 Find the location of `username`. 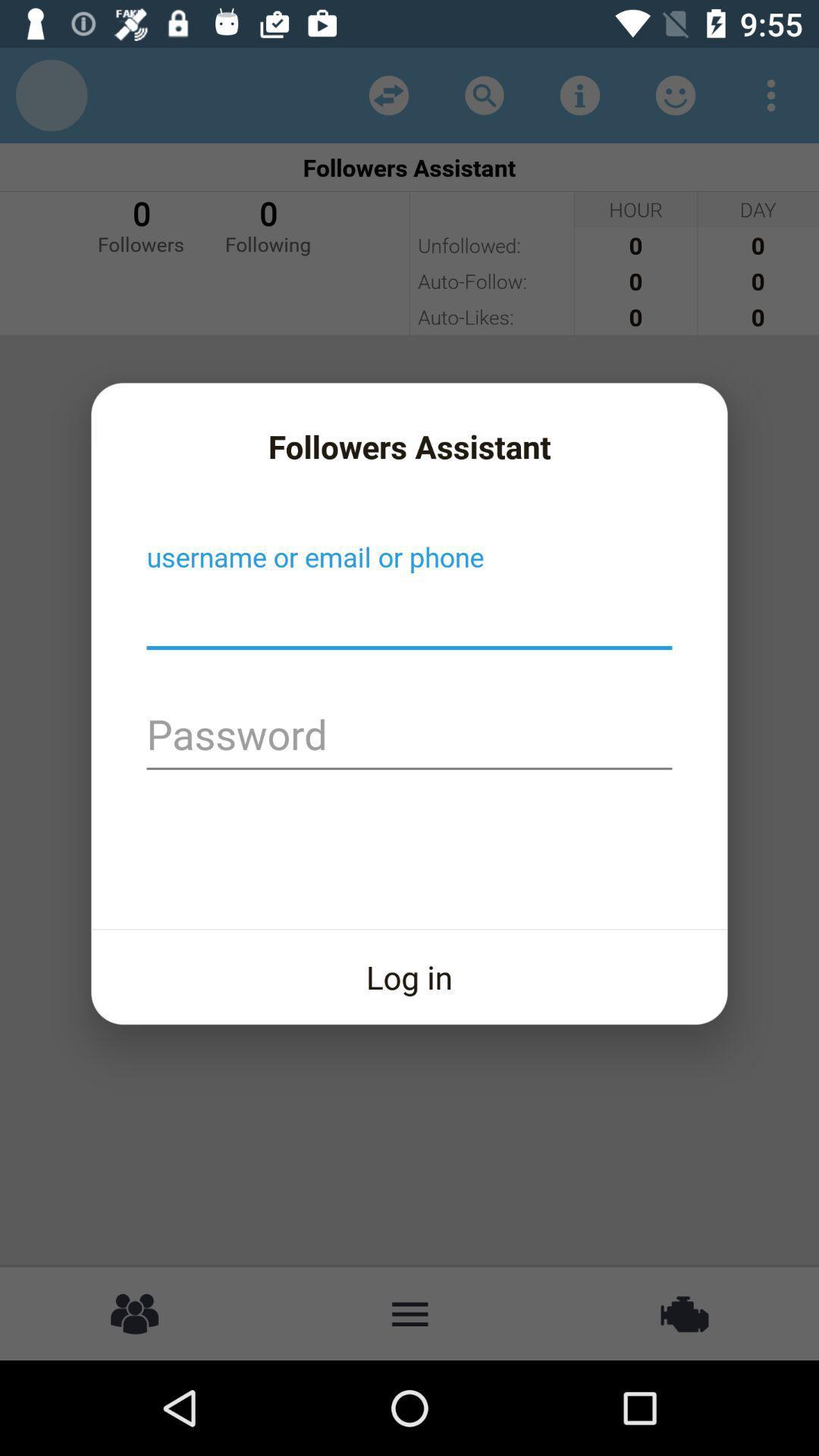

username is located at coordinates (409, 615).